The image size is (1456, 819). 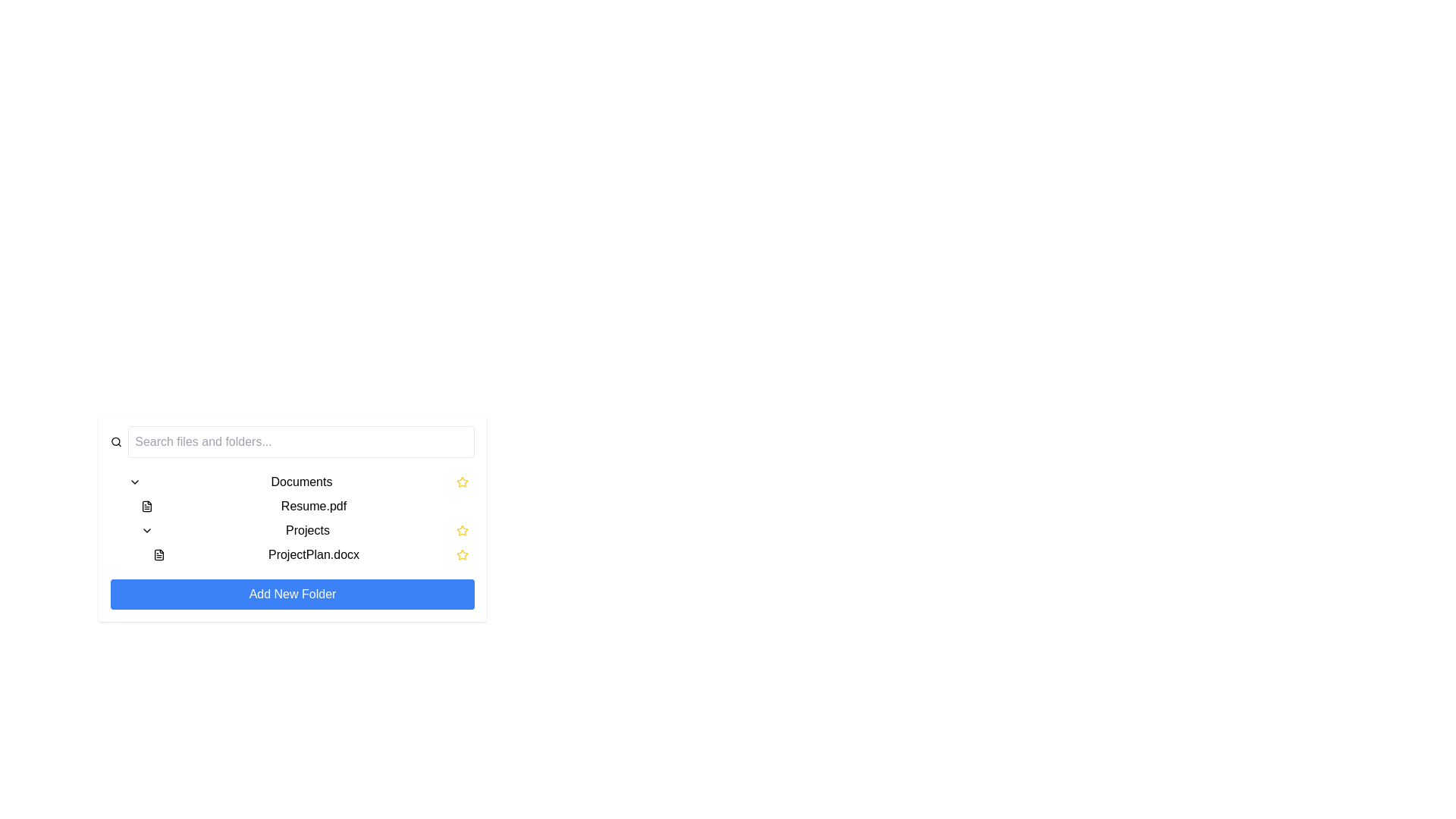 What do you see at coordinates (312, 555) in the screenshot?
I see `the text label representing the selectable file item named 'ProjectPlan.docx' in the file directory` at bounding box center [312, 555].